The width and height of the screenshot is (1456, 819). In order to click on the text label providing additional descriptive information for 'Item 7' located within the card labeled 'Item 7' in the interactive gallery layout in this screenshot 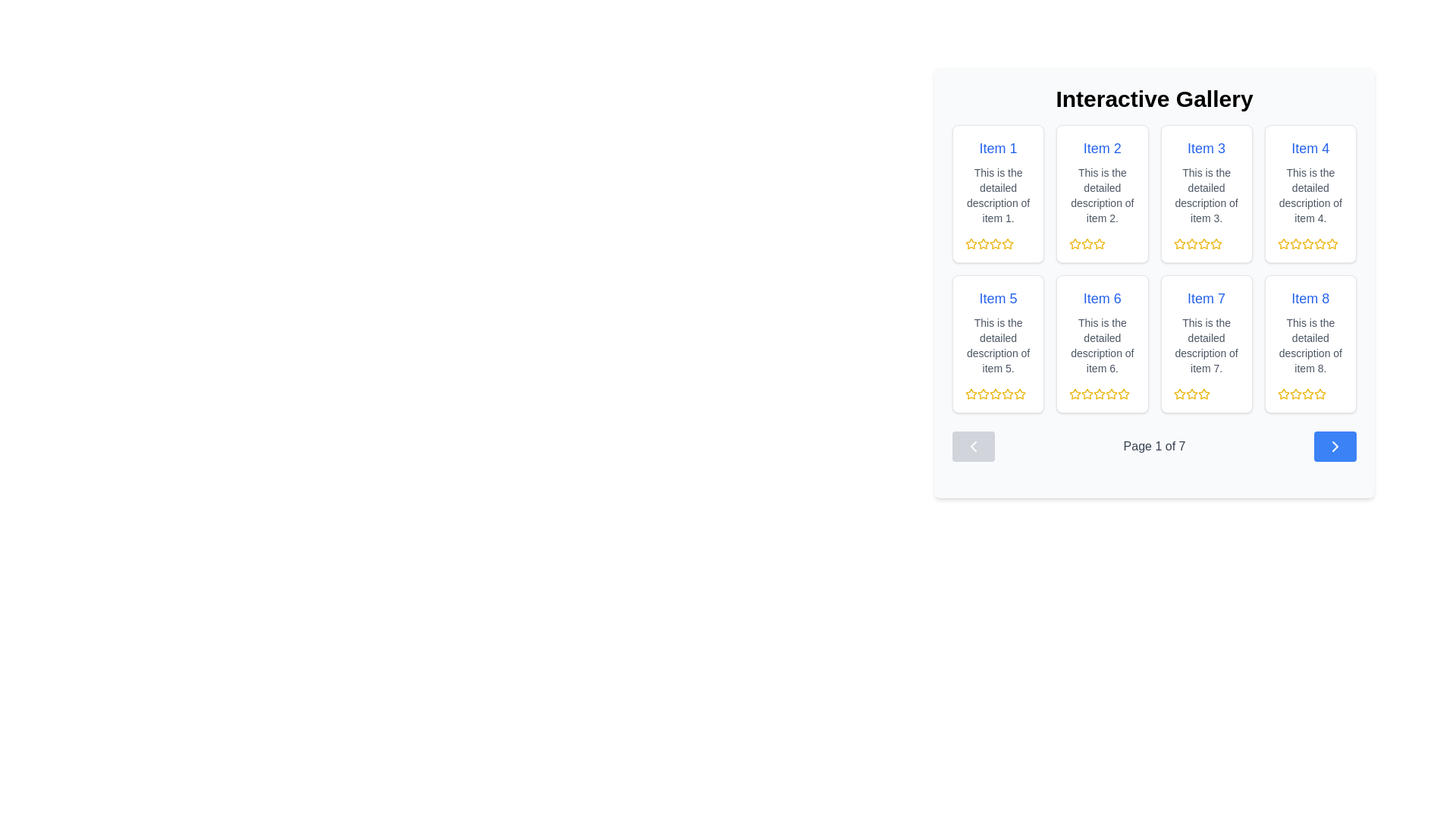, I will do `click(1206, 345)`.